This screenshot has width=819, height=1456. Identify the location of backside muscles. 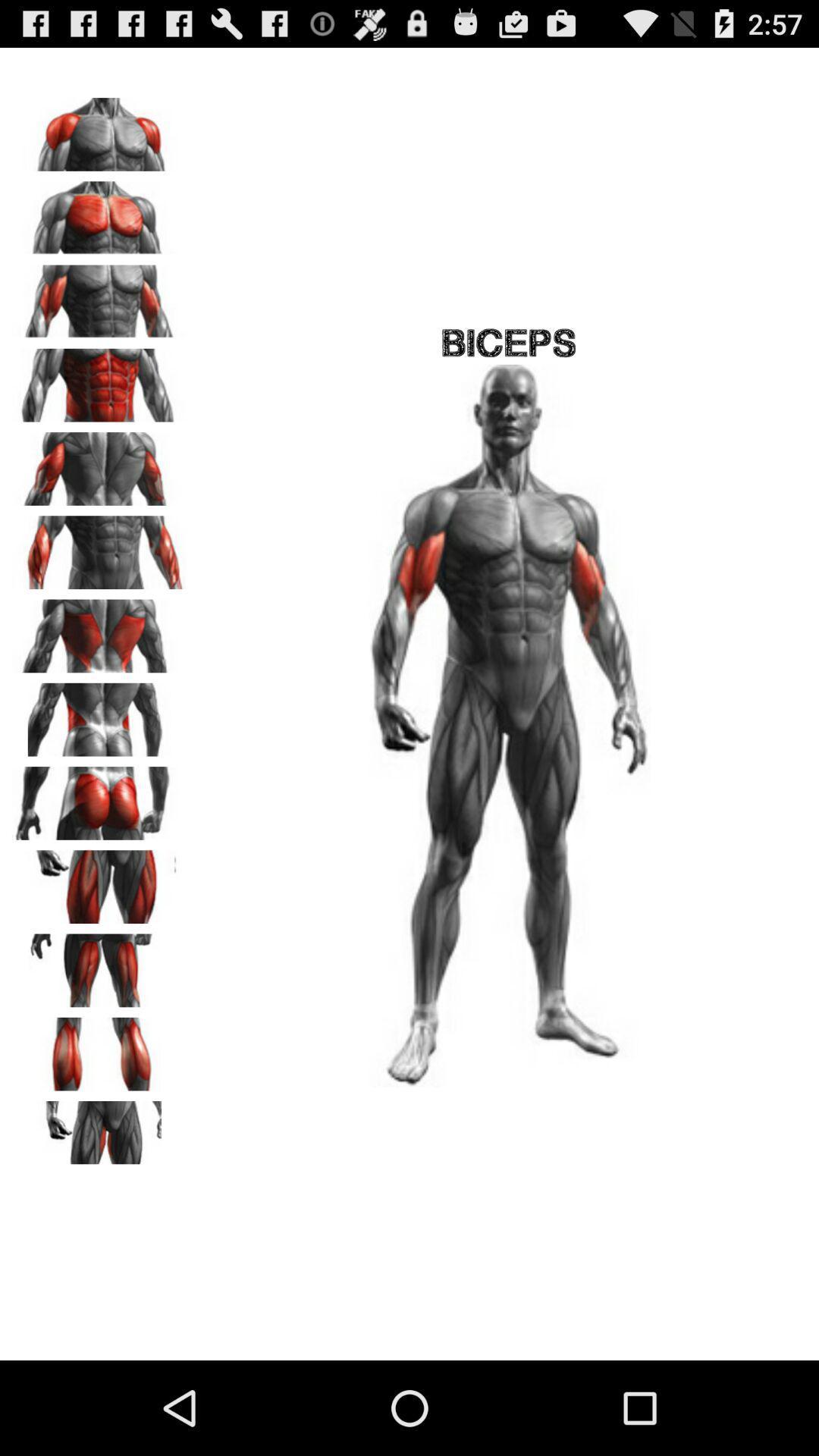
(99, 714).